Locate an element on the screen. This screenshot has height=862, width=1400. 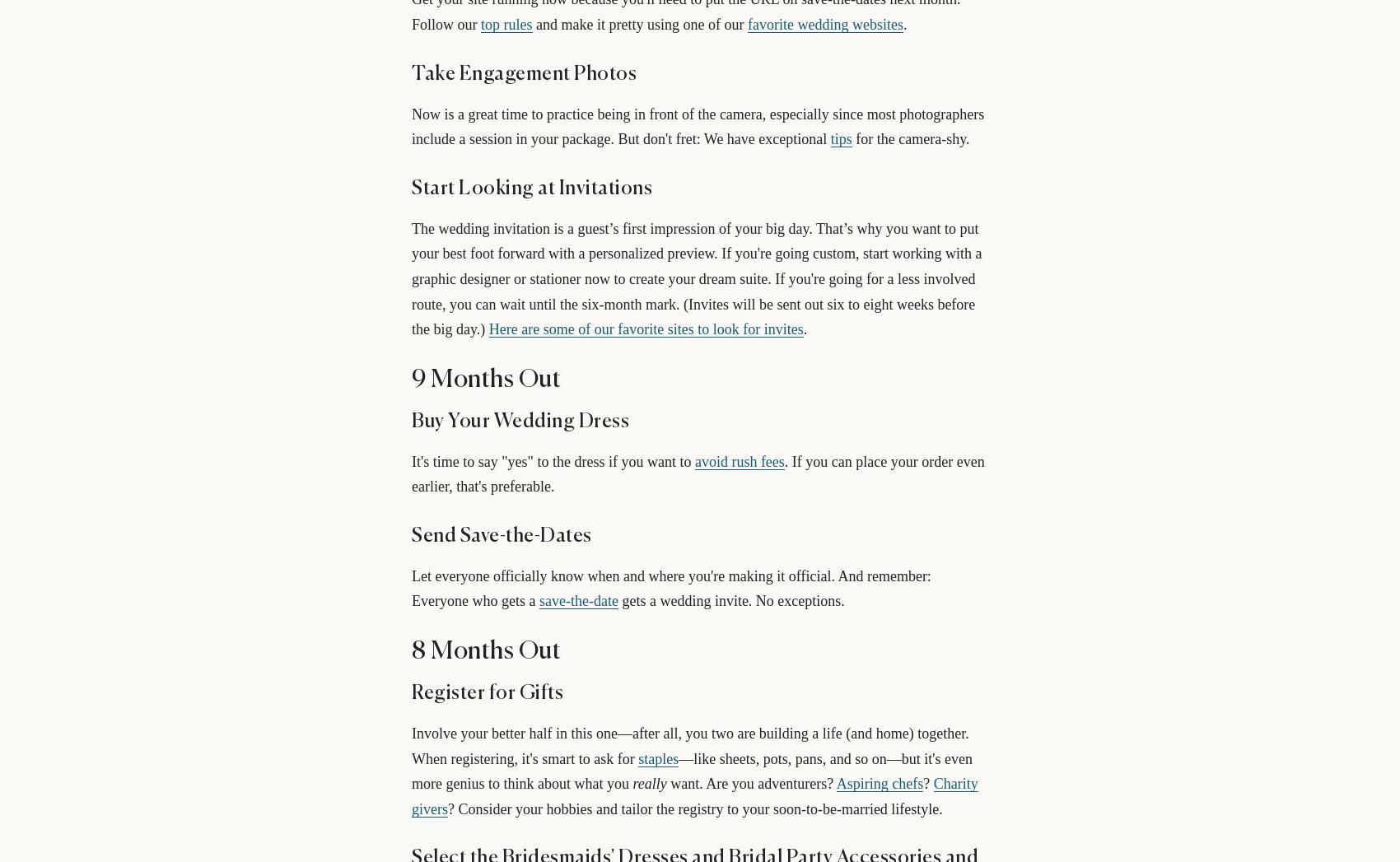
'Send Save-the-Dates' is located at coordinates (500, 534).